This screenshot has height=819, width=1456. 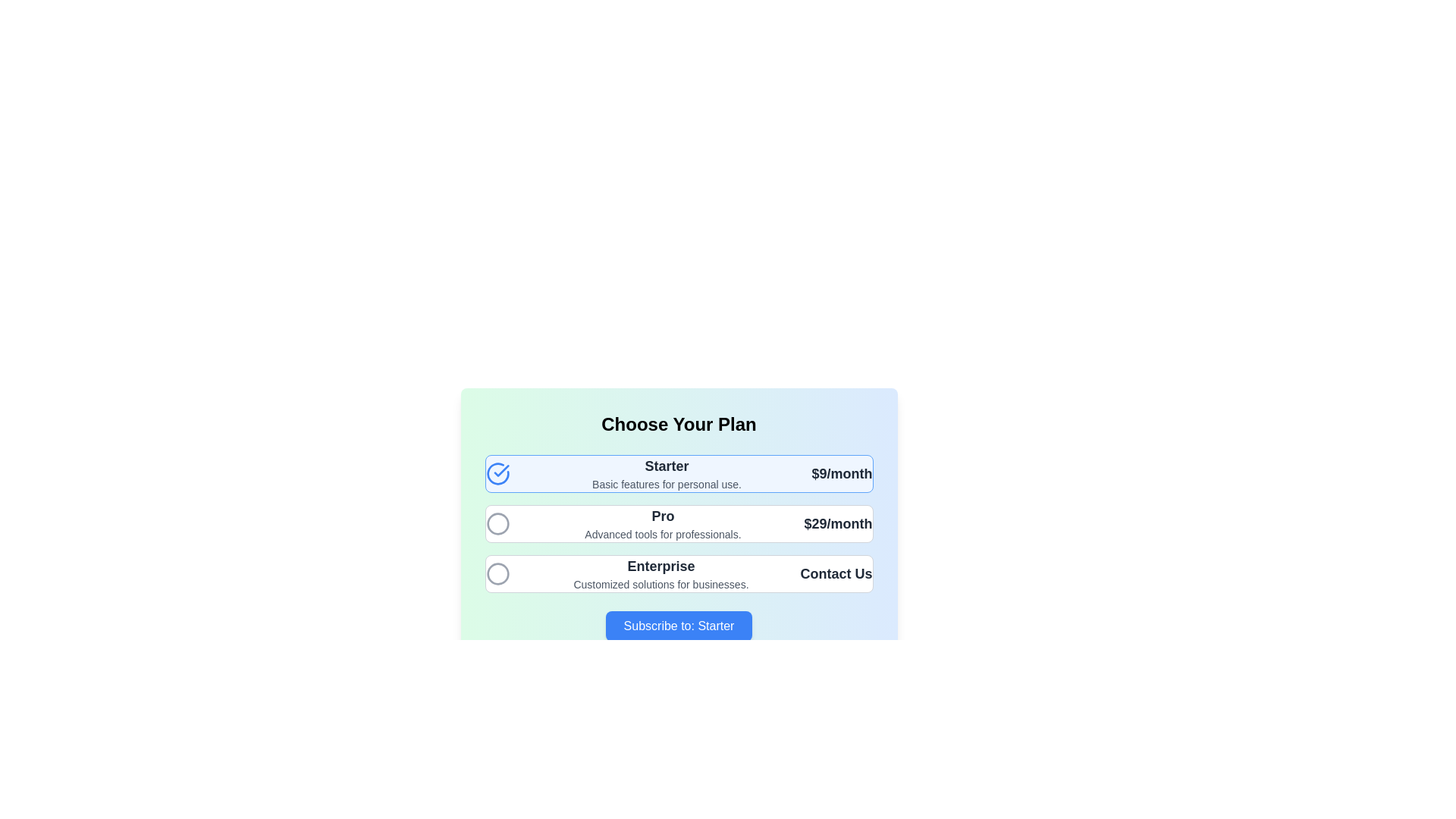 I want to click on the circular radio button corresponding to the 'Pro' plan option in the 'Choose Your Plan' section, so click(x=497, y=522).